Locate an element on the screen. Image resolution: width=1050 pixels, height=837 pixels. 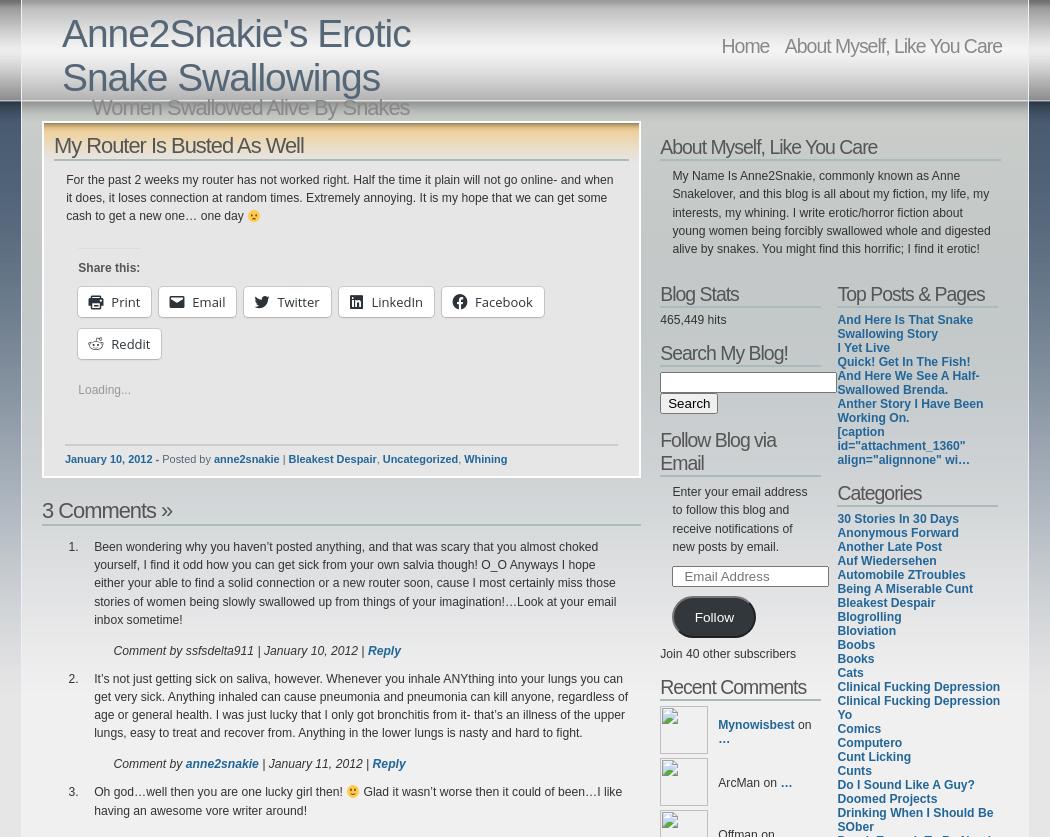
'Facebook' is located at coordinates (502, 300).